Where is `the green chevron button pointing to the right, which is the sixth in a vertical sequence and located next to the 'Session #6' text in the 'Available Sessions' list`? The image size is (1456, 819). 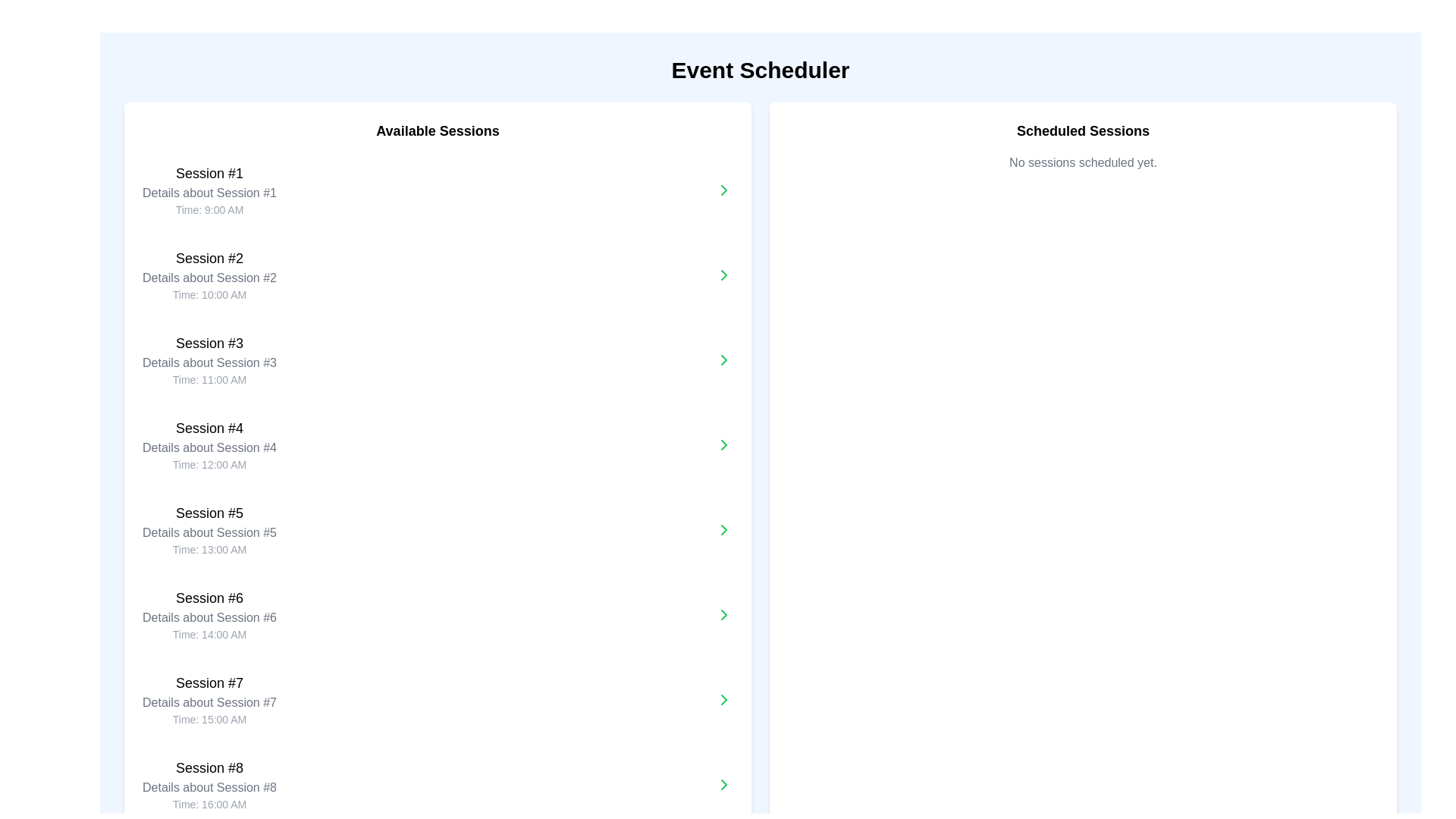
the green chevron button pointing to the right, which is the sixth in a vertical sequence and located next to the 'Session #6' text in the 'Available Sessions' list is located at coordinates (723, 614).